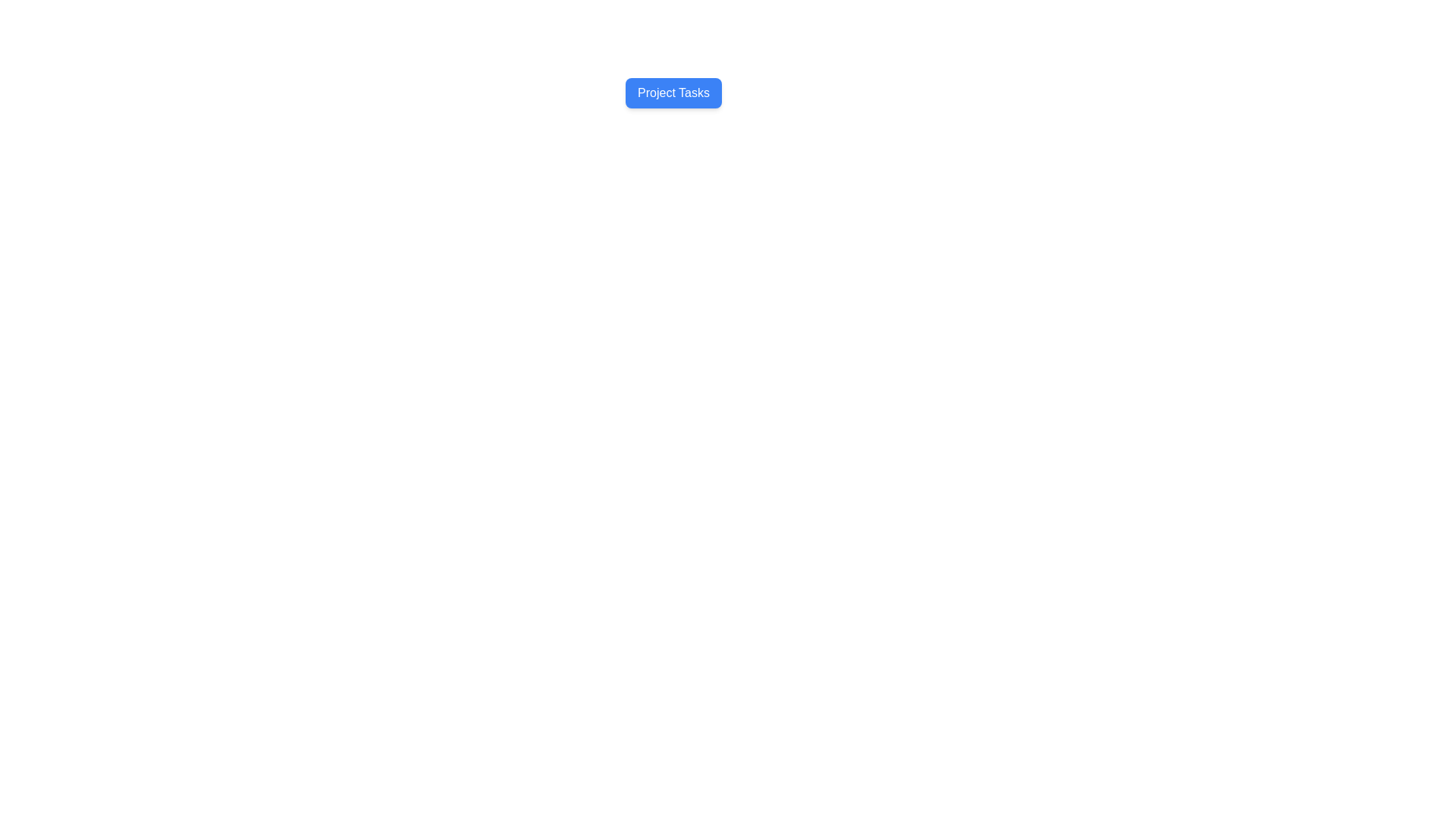  What do you see at coordinates (673, 93) in the screenshot?
I see `the rectangular button with rounded corners that has a vivid blue background and white text displaying 'Project Tasks'` at bounding box center [673, 93].